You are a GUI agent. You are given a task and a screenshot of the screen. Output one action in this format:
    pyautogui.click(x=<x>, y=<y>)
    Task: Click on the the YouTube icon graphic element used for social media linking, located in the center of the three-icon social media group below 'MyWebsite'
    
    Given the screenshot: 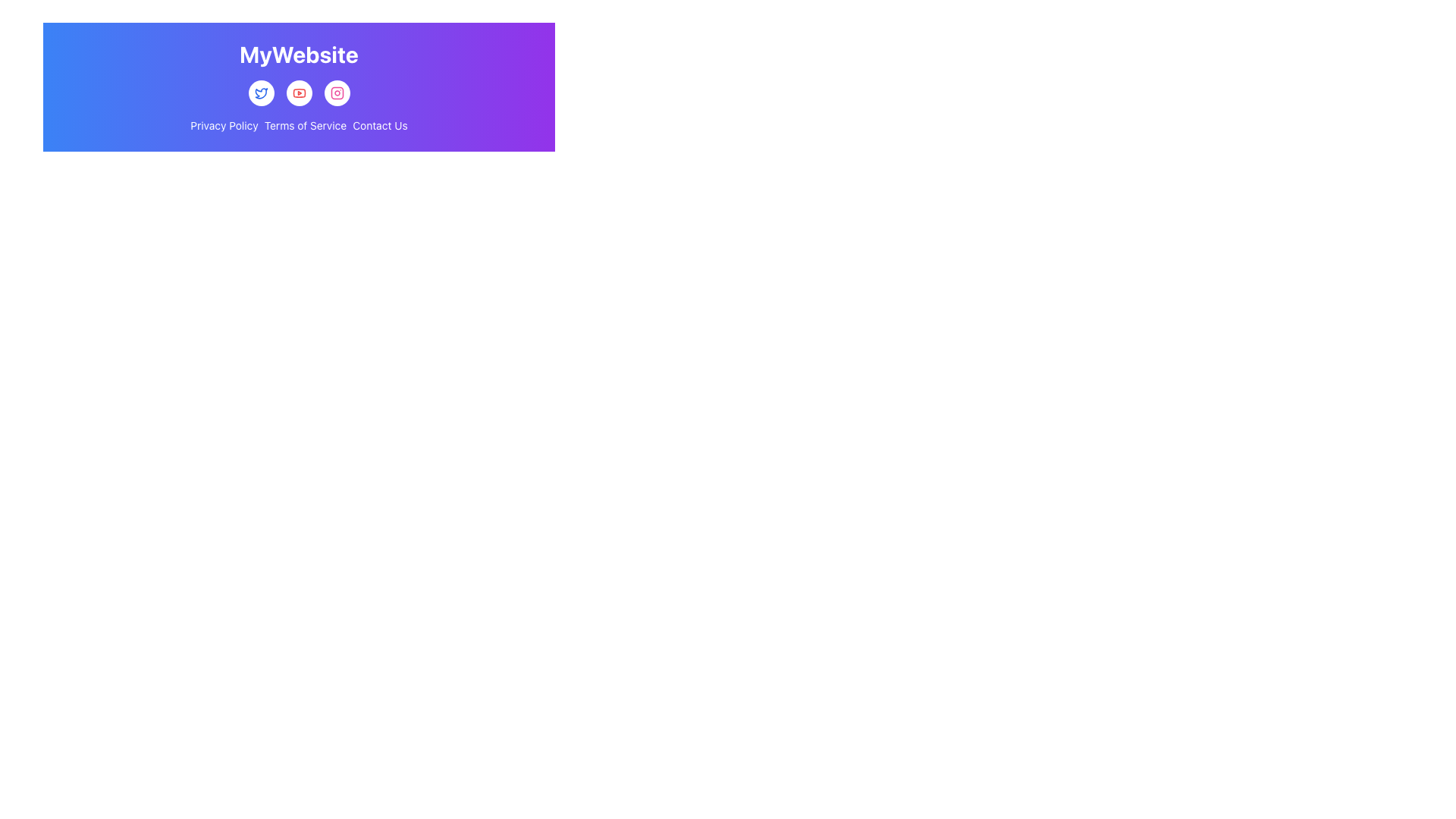 What is the action you would take?
    pyautogui.click(x=299, y=93)
    